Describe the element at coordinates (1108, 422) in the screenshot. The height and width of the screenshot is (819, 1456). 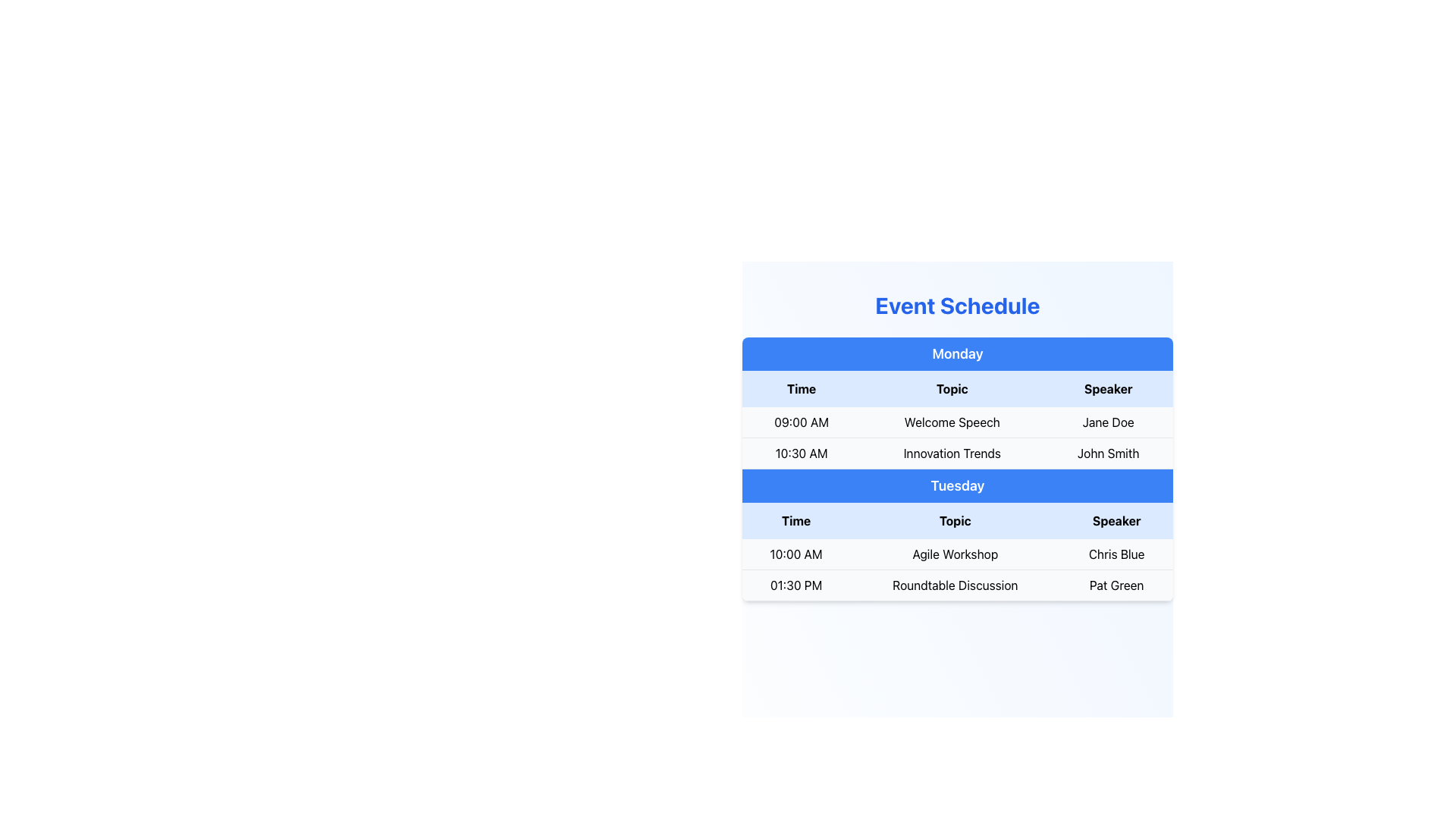
I see `the text label displaying the name of the speaker, 'Jane Doe', located in the 'Speaker' column of the event schedule for '09:00 AM' on Monday` at that location.